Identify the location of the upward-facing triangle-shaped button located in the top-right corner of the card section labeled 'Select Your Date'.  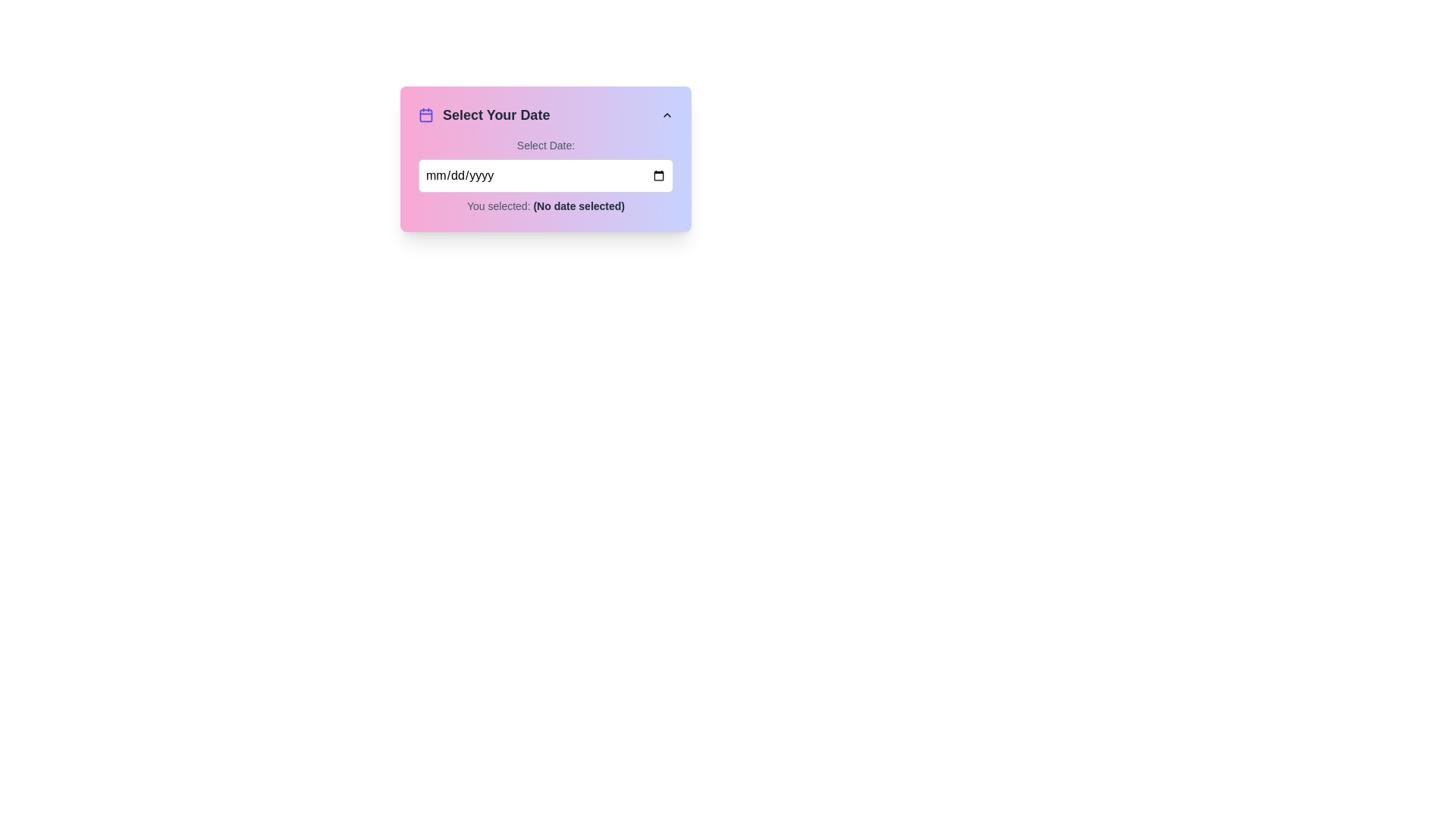
(667, 114).